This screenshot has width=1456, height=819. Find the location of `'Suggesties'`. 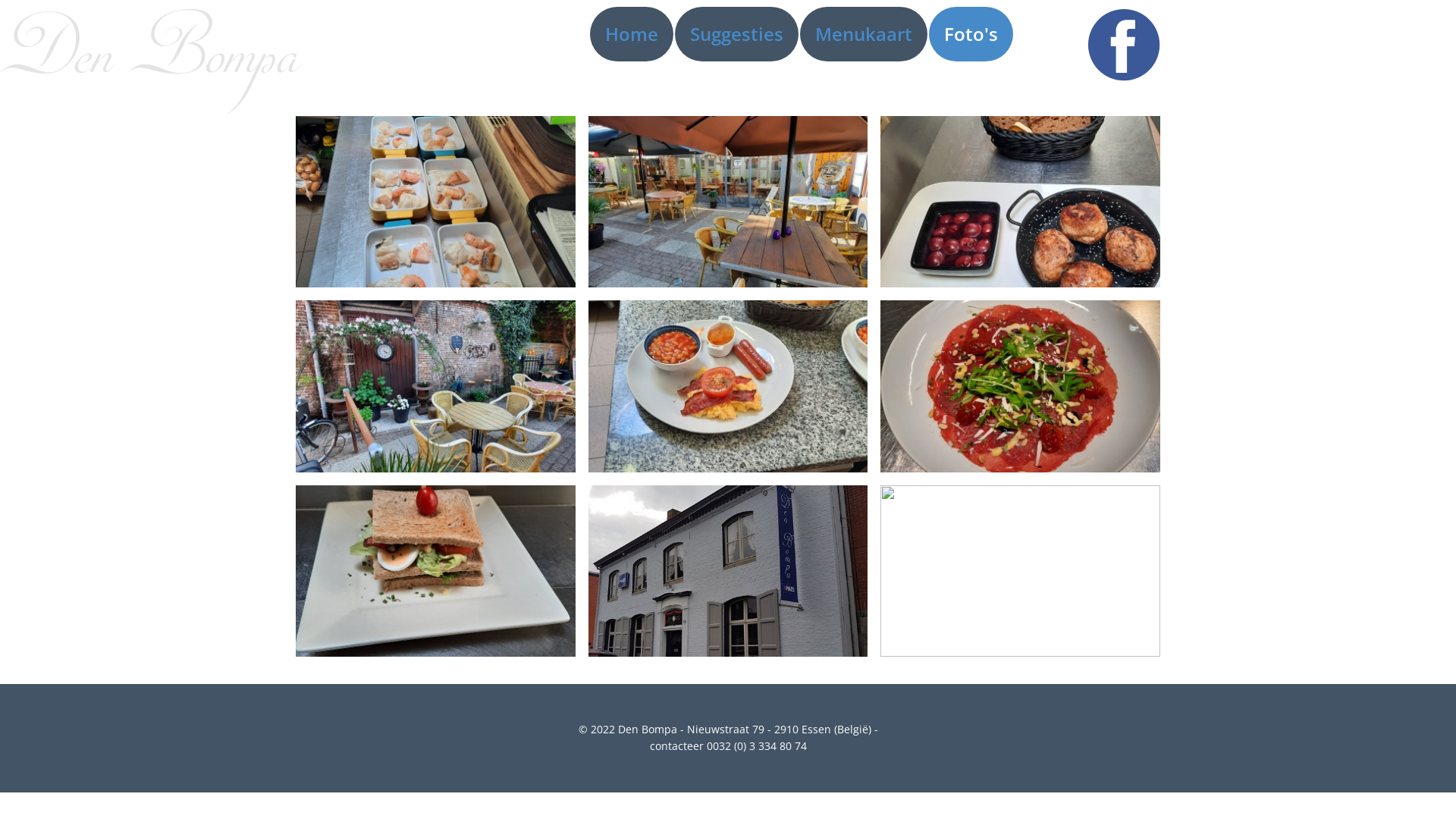

'Suggesties' is located at coordinates (673, 34).